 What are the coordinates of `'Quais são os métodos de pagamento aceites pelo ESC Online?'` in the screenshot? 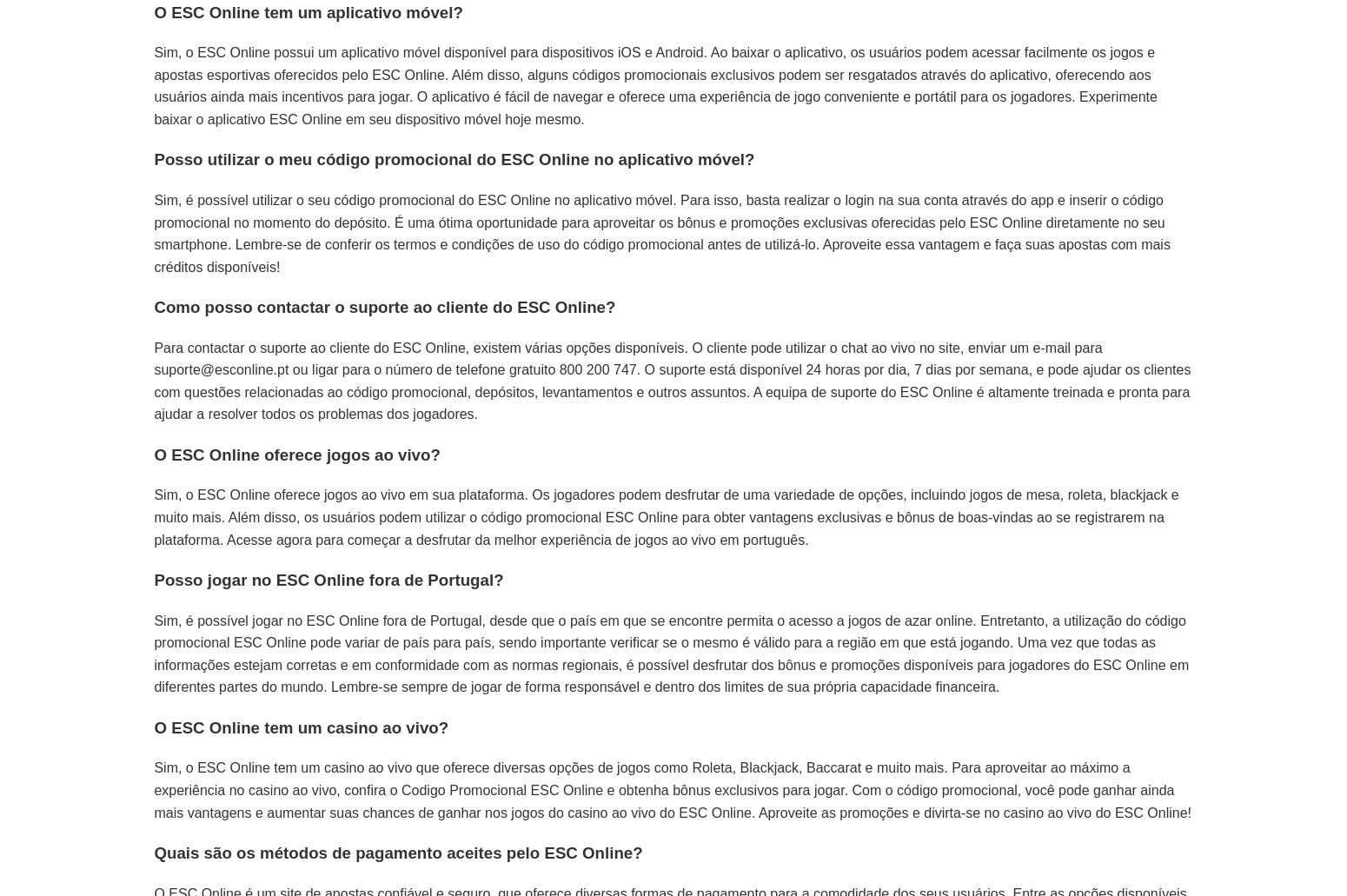 It's located at (398, 851).